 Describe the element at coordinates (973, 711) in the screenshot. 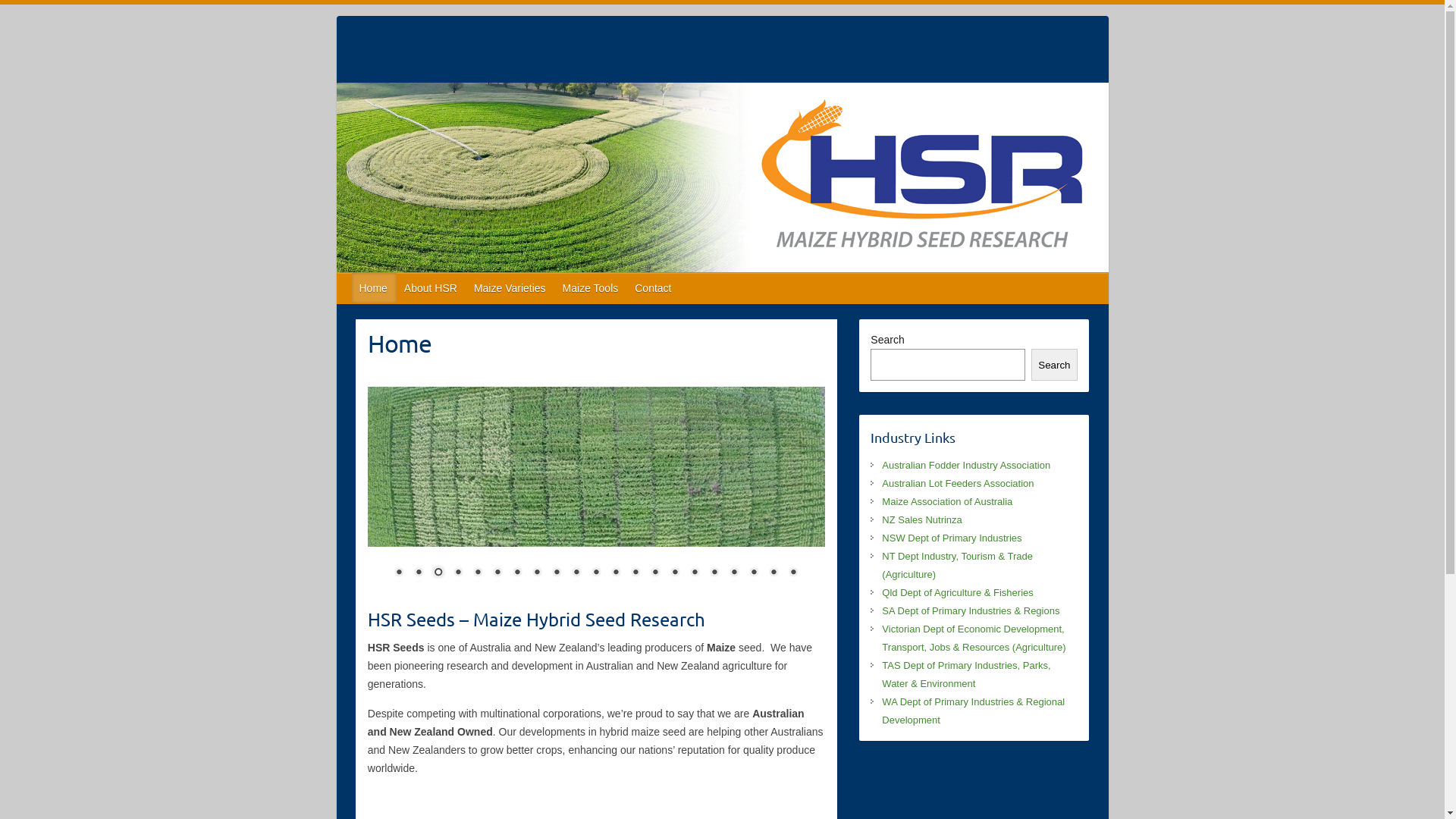

I see `'WA Dept of Primary Industries & Regional Development'` at that location.